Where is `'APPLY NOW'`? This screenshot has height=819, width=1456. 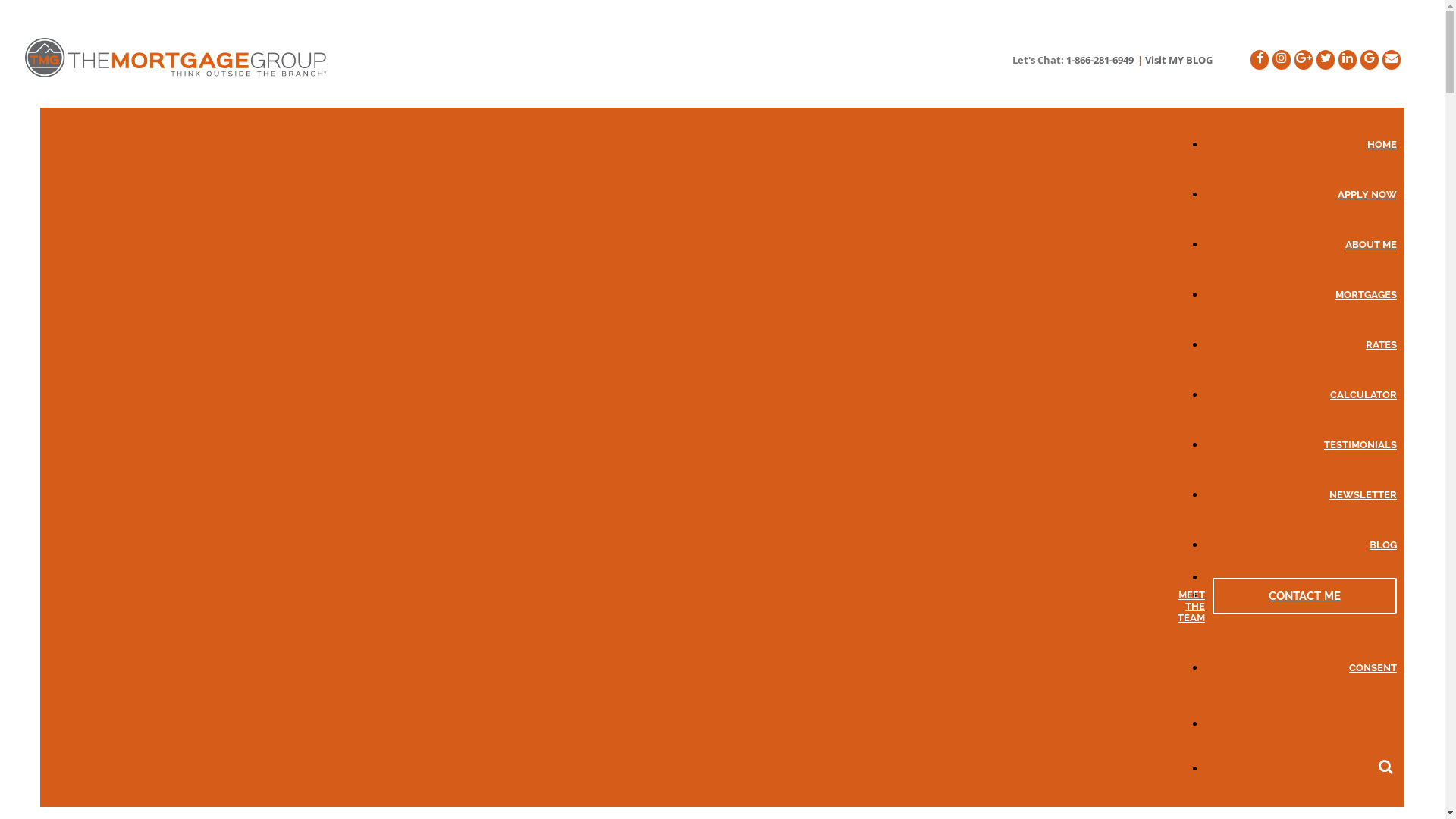 'APPLY NOW' is located at coordinates (1300, 191).